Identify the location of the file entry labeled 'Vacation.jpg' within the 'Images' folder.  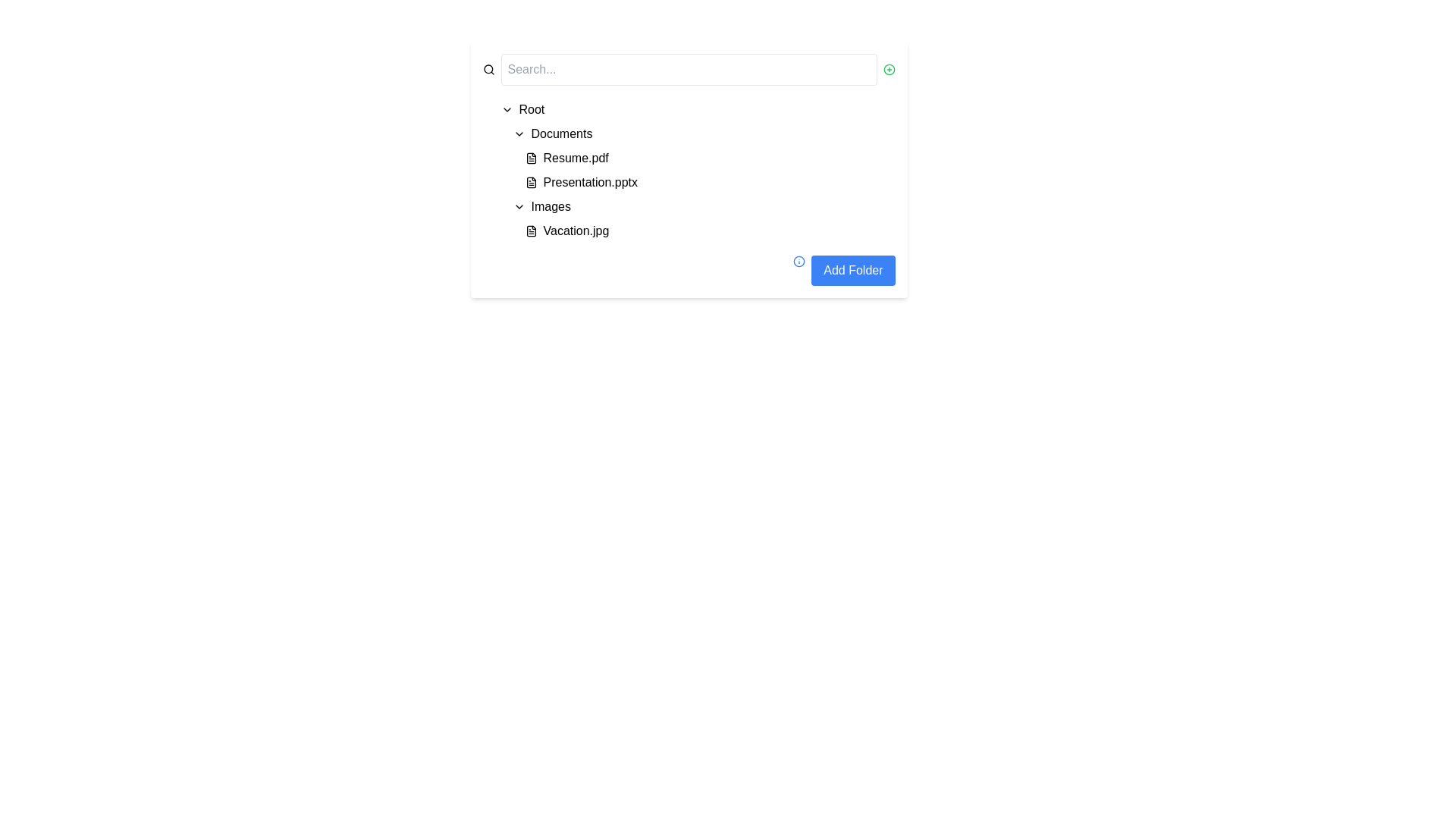
(706, 231).